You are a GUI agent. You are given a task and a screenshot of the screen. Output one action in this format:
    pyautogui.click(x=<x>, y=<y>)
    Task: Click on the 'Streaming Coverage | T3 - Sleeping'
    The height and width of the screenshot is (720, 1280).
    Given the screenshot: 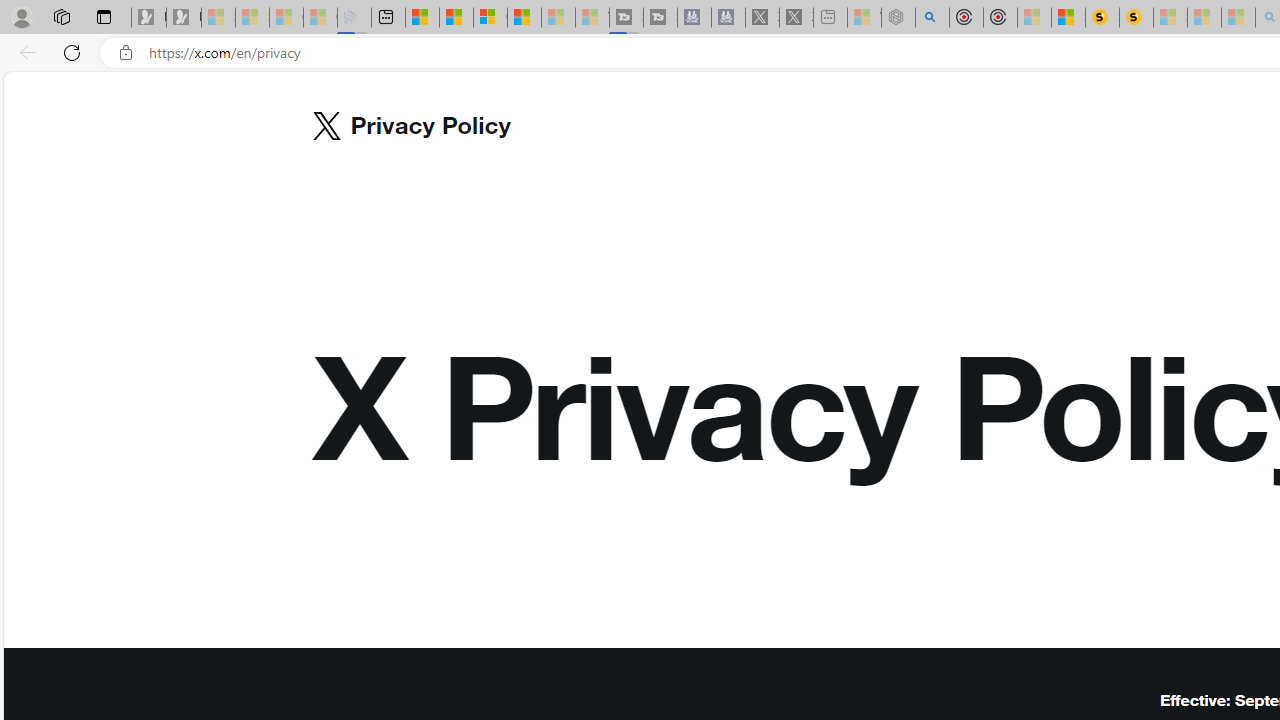 What is the action you would take?
    pyautogui.click(x=625, y=17)
    